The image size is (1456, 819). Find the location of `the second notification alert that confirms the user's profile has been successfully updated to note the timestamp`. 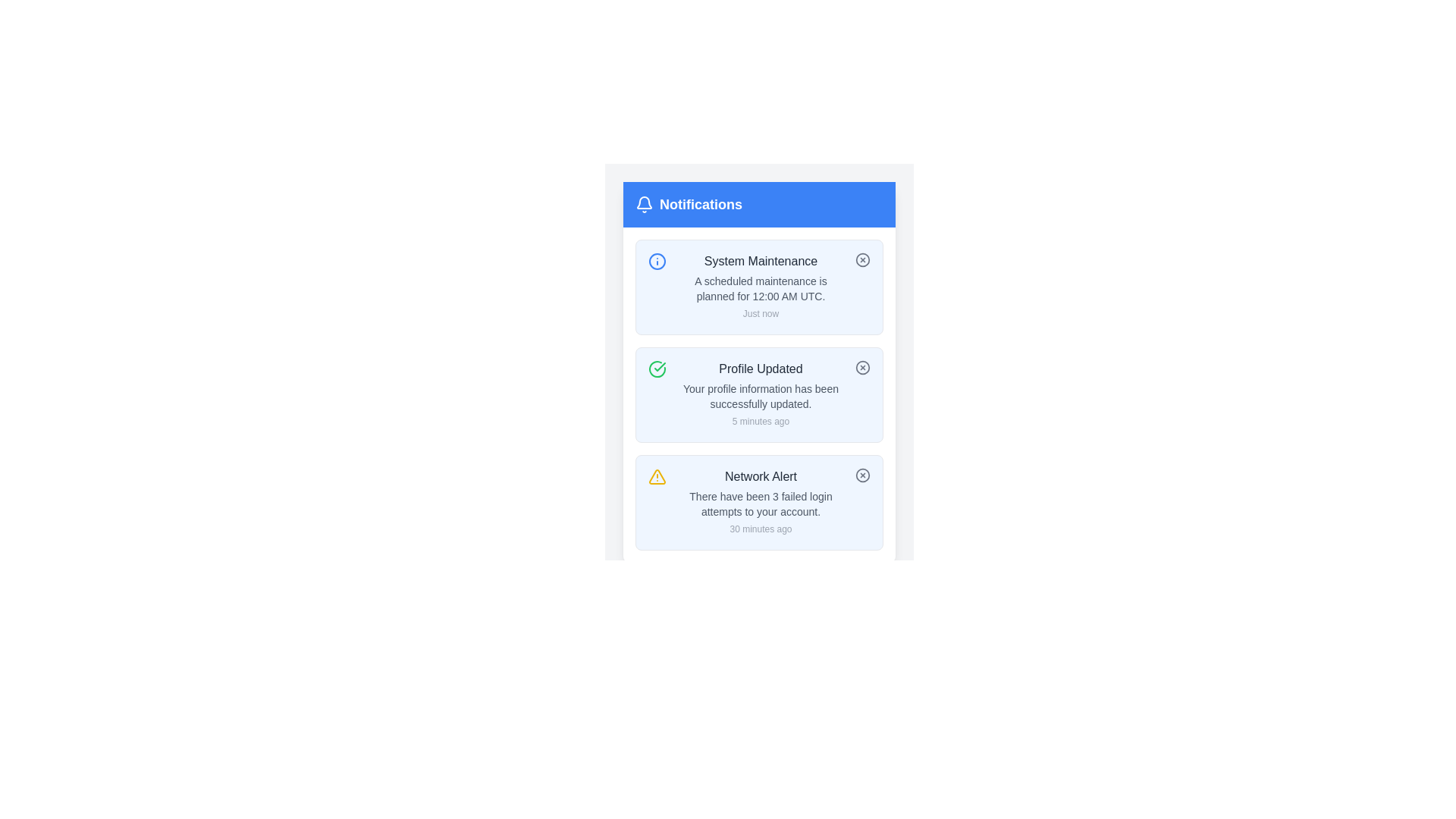

the second notification alert that confirms the user's profile has been successfully updated to note the timestamp is located at coordinates (761, 394).